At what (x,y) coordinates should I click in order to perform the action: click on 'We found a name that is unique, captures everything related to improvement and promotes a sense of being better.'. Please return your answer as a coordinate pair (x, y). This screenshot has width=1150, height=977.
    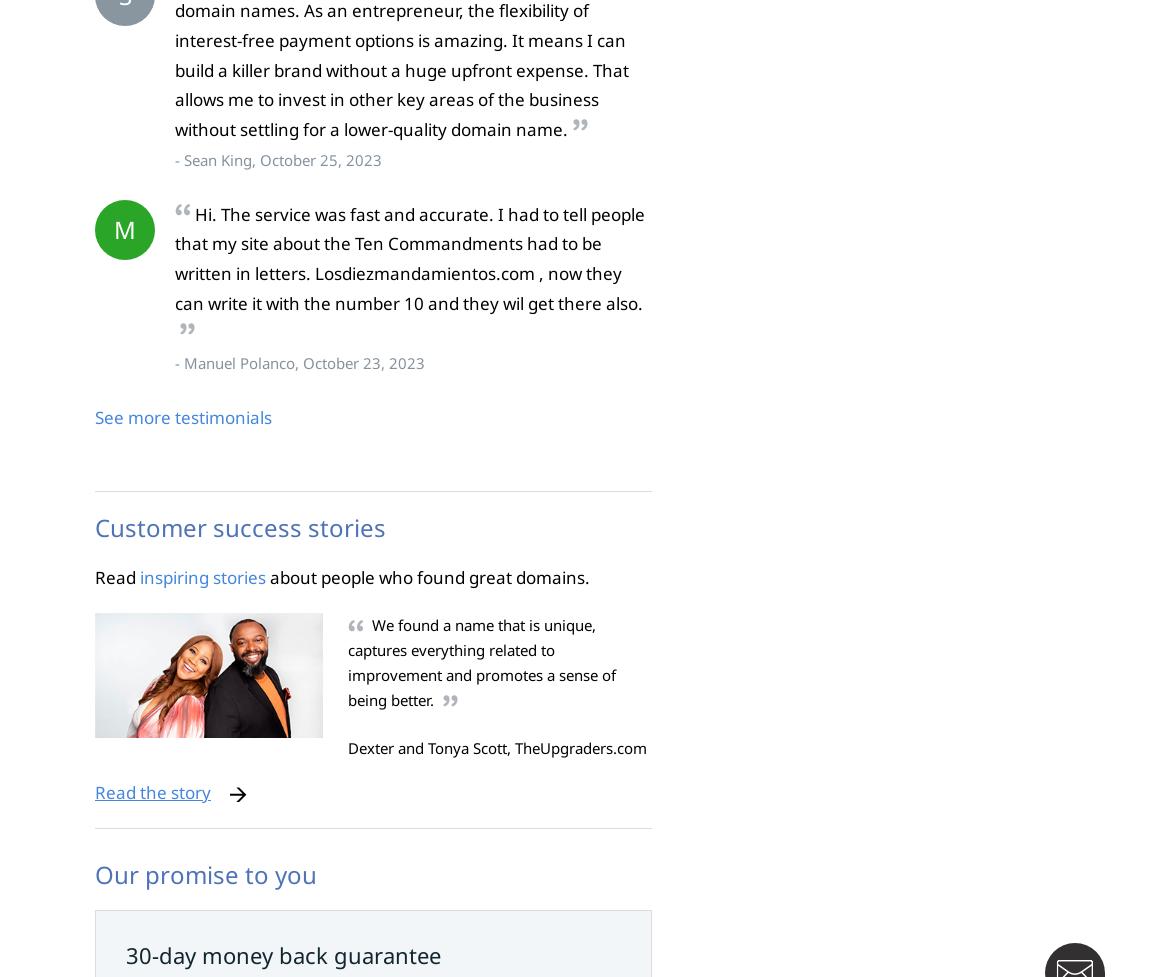
    Looking at the image, I should click on (481, 662).